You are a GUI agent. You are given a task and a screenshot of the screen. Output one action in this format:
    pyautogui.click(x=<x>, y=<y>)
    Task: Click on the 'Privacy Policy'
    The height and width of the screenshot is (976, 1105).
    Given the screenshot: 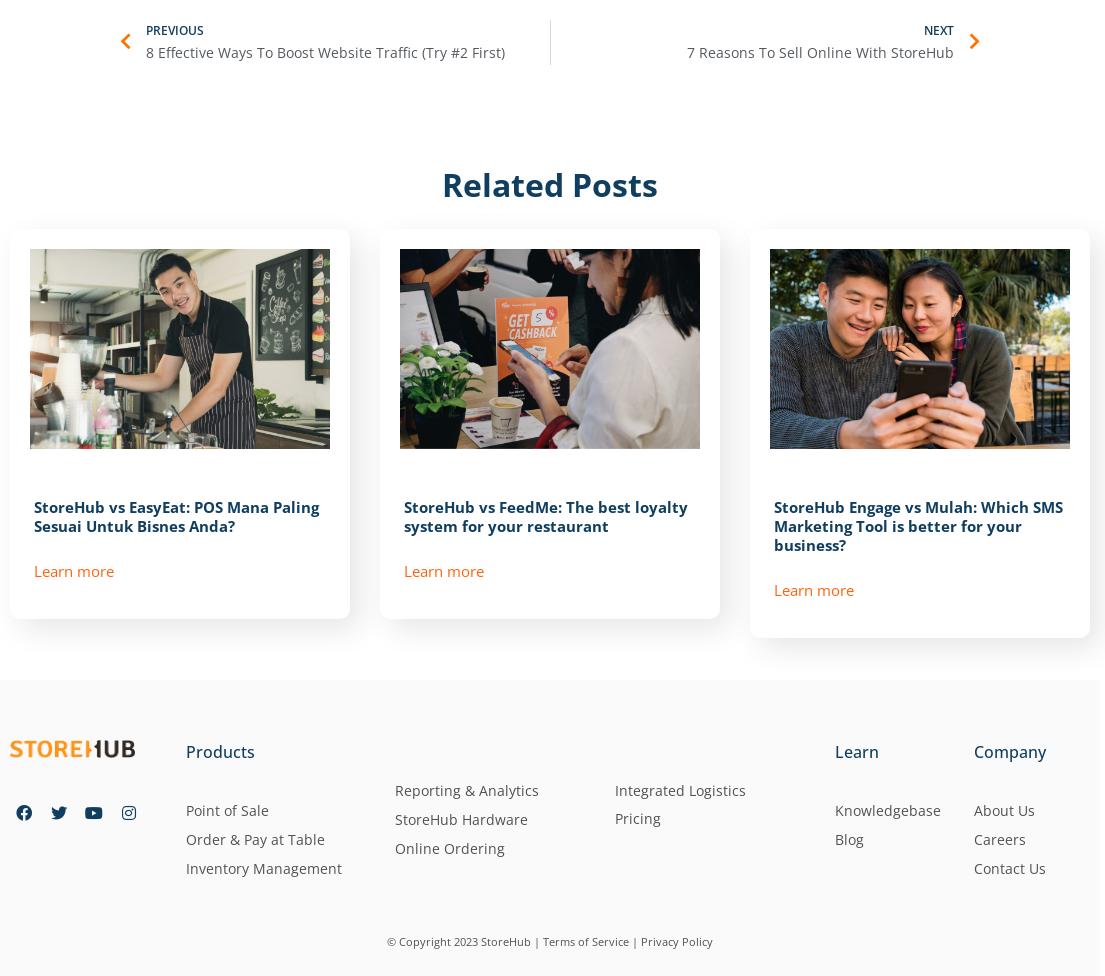 What is the action you would take?
    pyautogui.click(x=677, y=939)
    